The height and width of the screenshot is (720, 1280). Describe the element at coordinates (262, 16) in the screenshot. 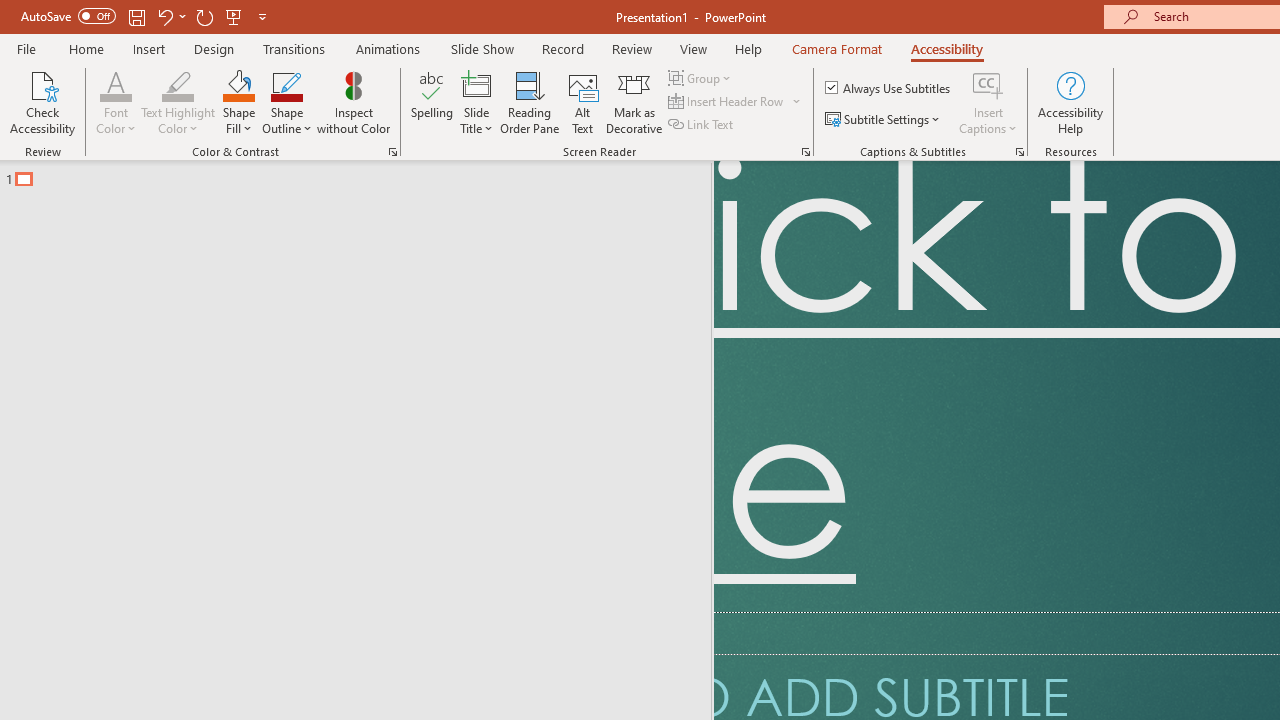

I see `'Customize Quick Access Toolbar'` at that location.